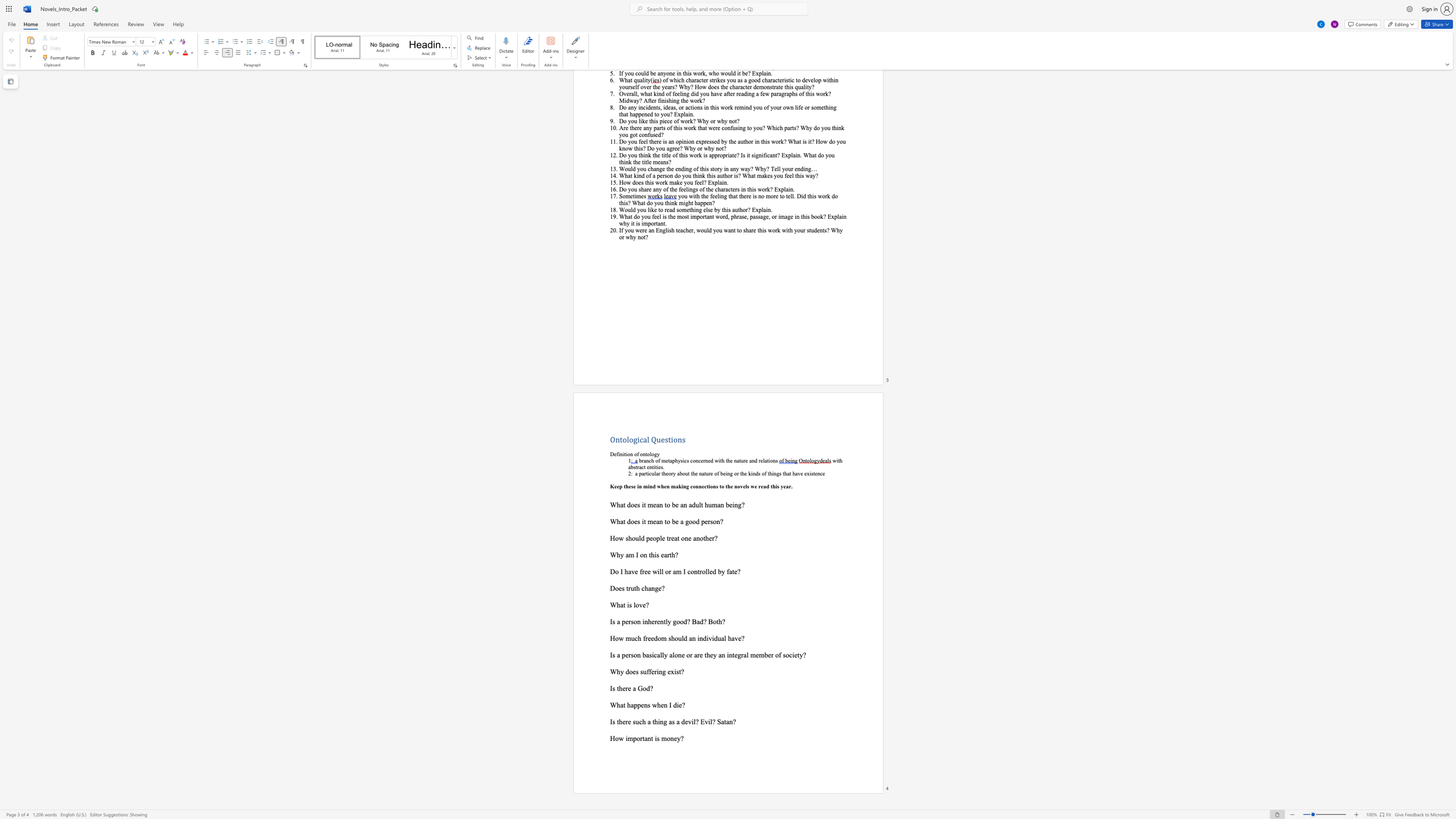 The width and height of the screenshot is (1456, 819). What do you see at coordinates (628, 588) in the screenshot?
I see `the subset text "ruth cha" within the text "Does truth change?"` at bounding box center [628, 588].